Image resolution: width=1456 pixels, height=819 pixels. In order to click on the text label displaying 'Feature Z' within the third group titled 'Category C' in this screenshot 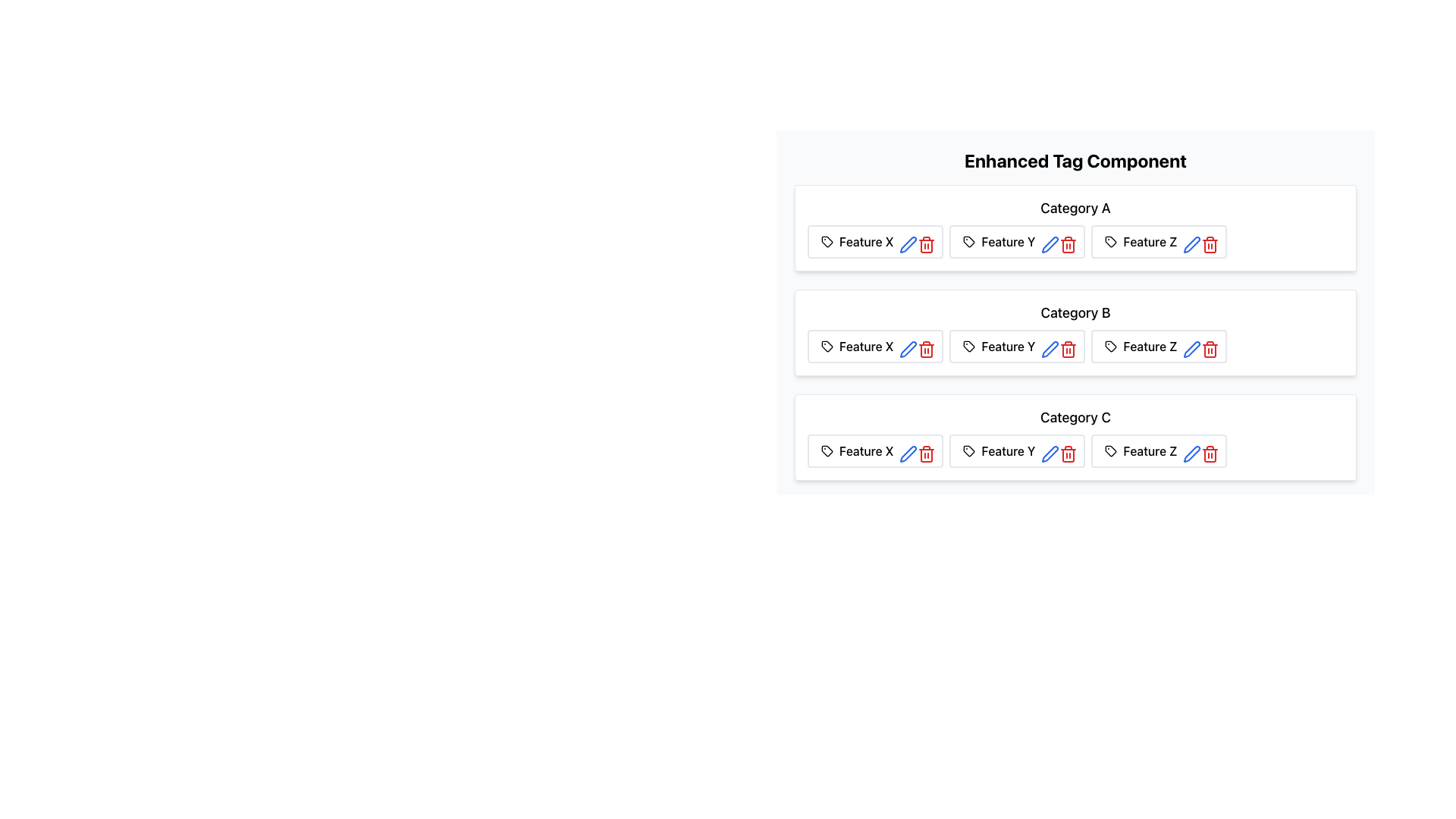, I will do `click(1150, 450)`.